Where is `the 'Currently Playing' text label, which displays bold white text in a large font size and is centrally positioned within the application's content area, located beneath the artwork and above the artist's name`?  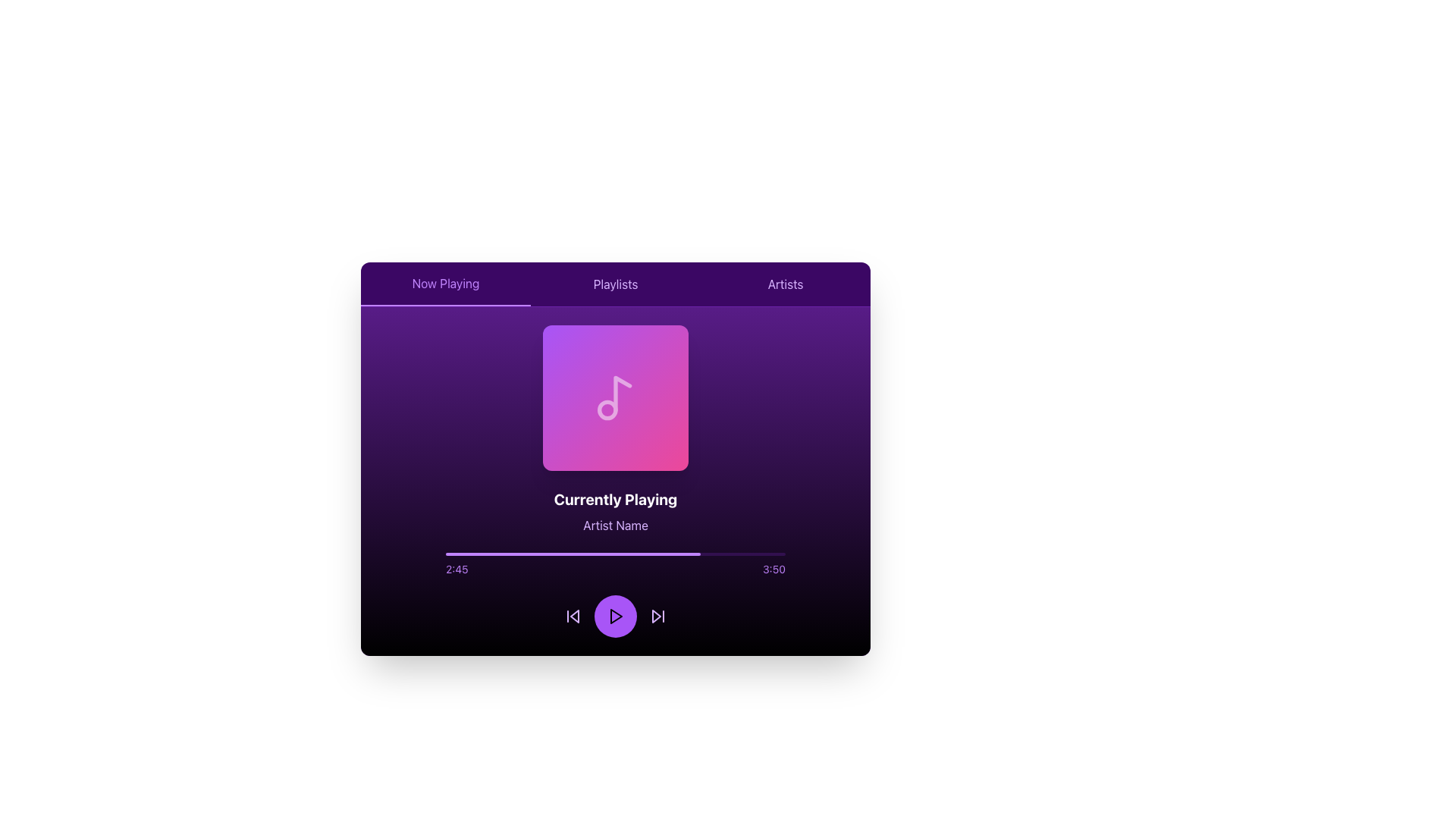
the 'Currently Playing' text label, which displays bold white text in a large font size and is centrally positioned within the application's content area, located beneath the artwork and above the artist's name is located at coordinates (615, 500).